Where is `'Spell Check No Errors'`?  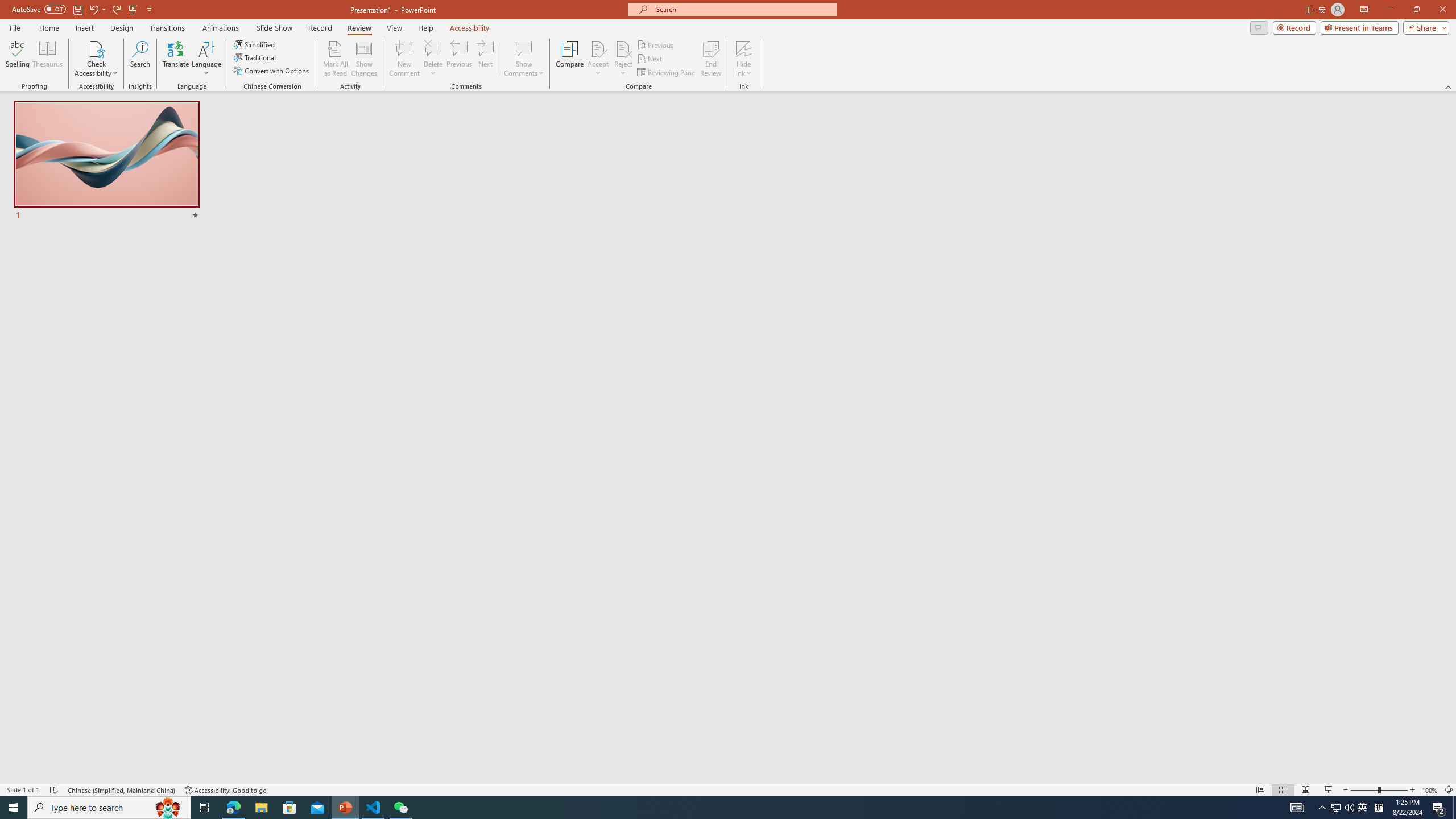 'Spell Check No Errors' is located at coordinates (54, 790).